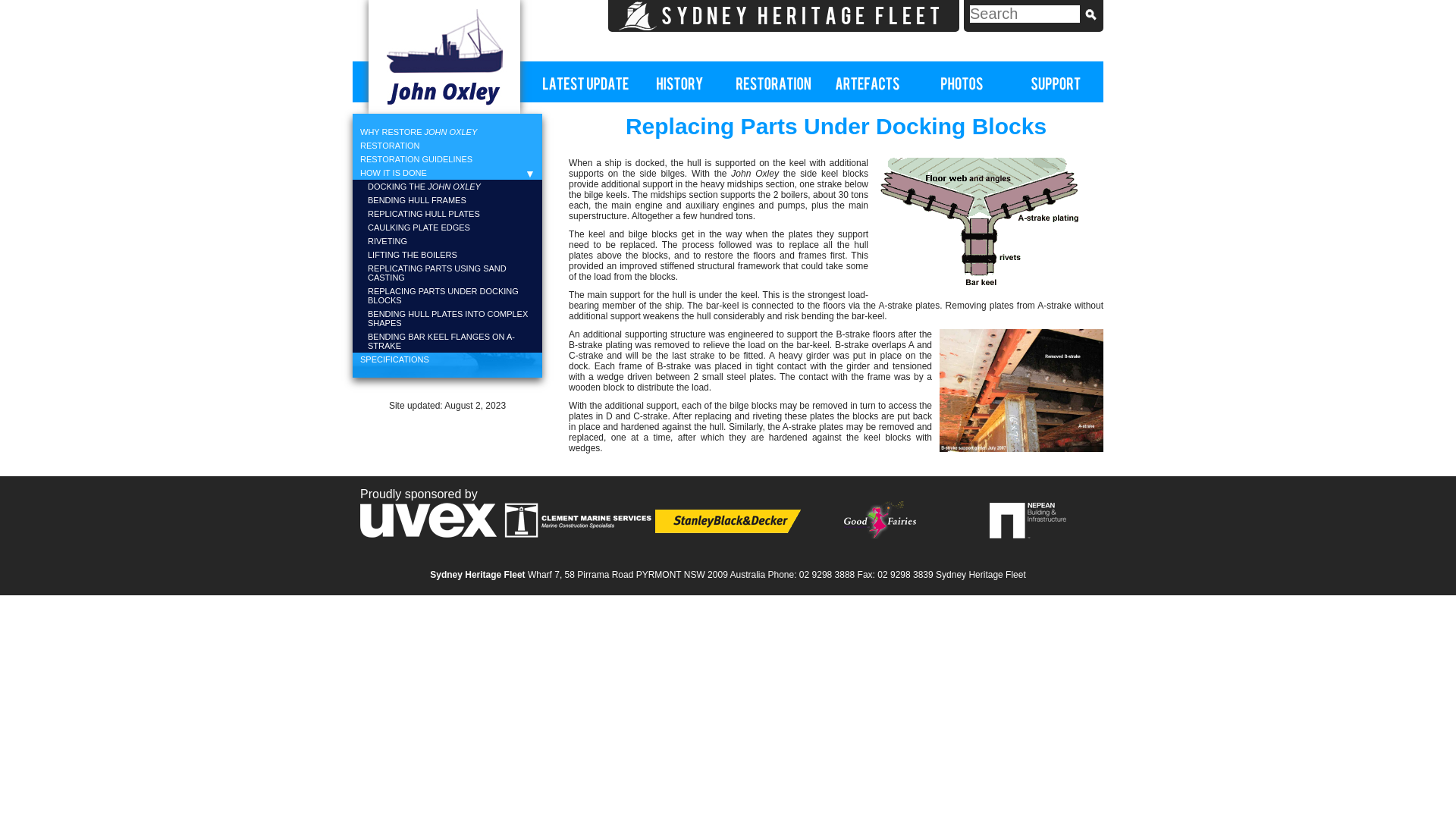 The width and height of the screenshot is (1456, 819). I want to click on 'CAULKING PLATE EDGES', so click(447, 227).